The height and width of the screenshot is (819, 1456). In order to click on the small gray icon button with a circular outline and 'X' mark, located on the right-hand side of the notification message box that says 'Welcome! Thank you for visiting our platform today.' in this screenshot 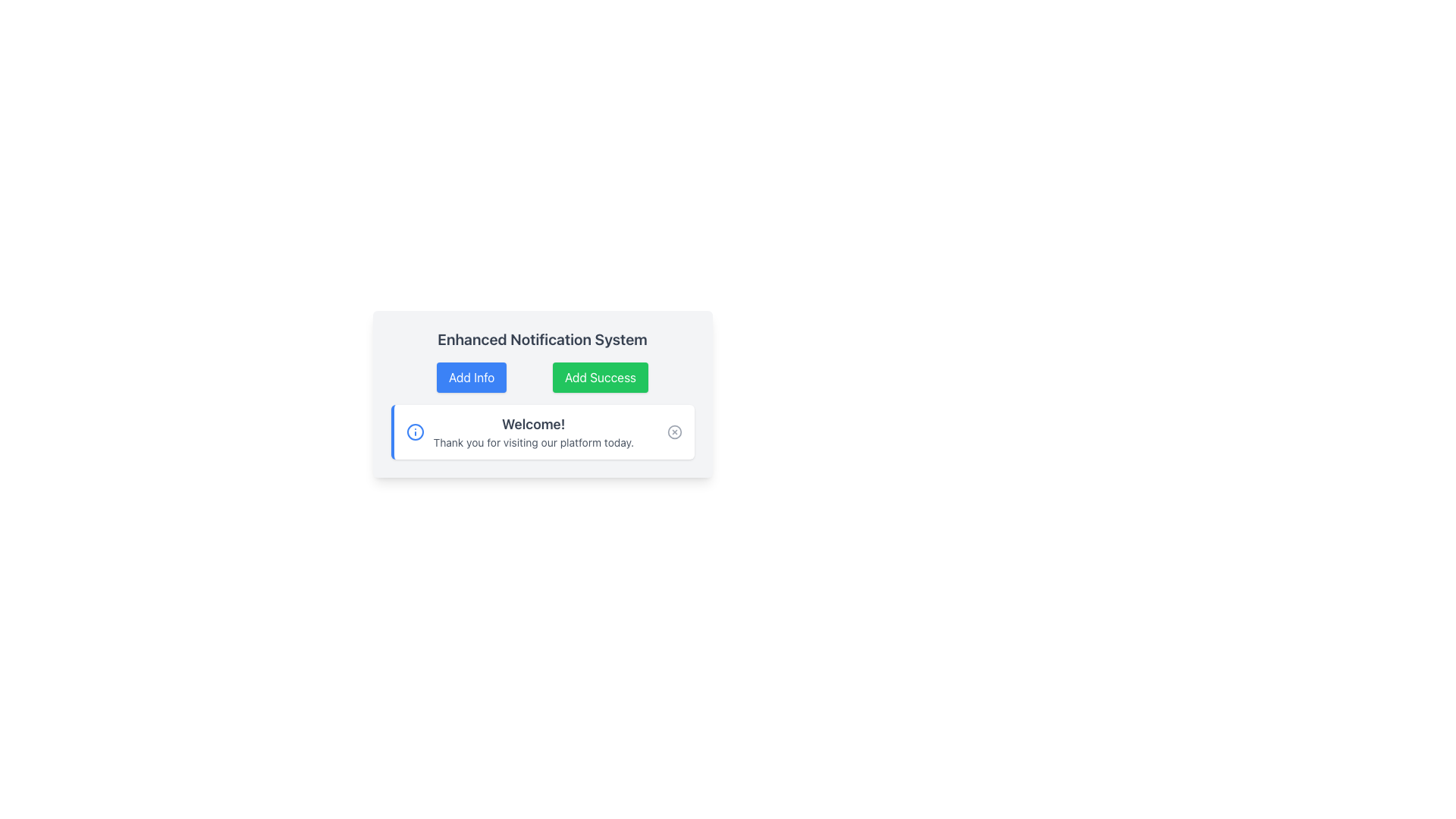, I will do `click(673, 432)`.